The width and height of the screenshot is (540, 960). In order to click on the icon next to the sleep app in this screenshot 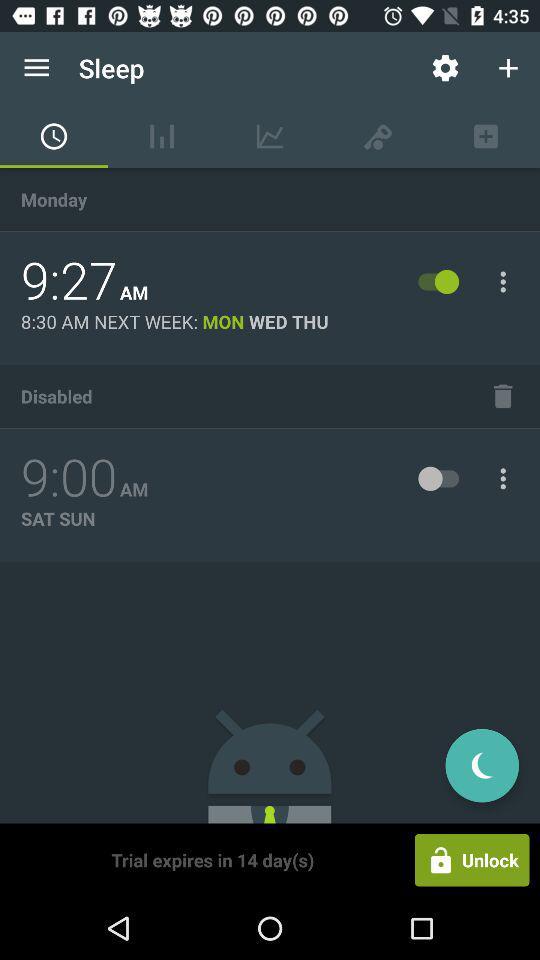, I will do `click(445, 68)`.